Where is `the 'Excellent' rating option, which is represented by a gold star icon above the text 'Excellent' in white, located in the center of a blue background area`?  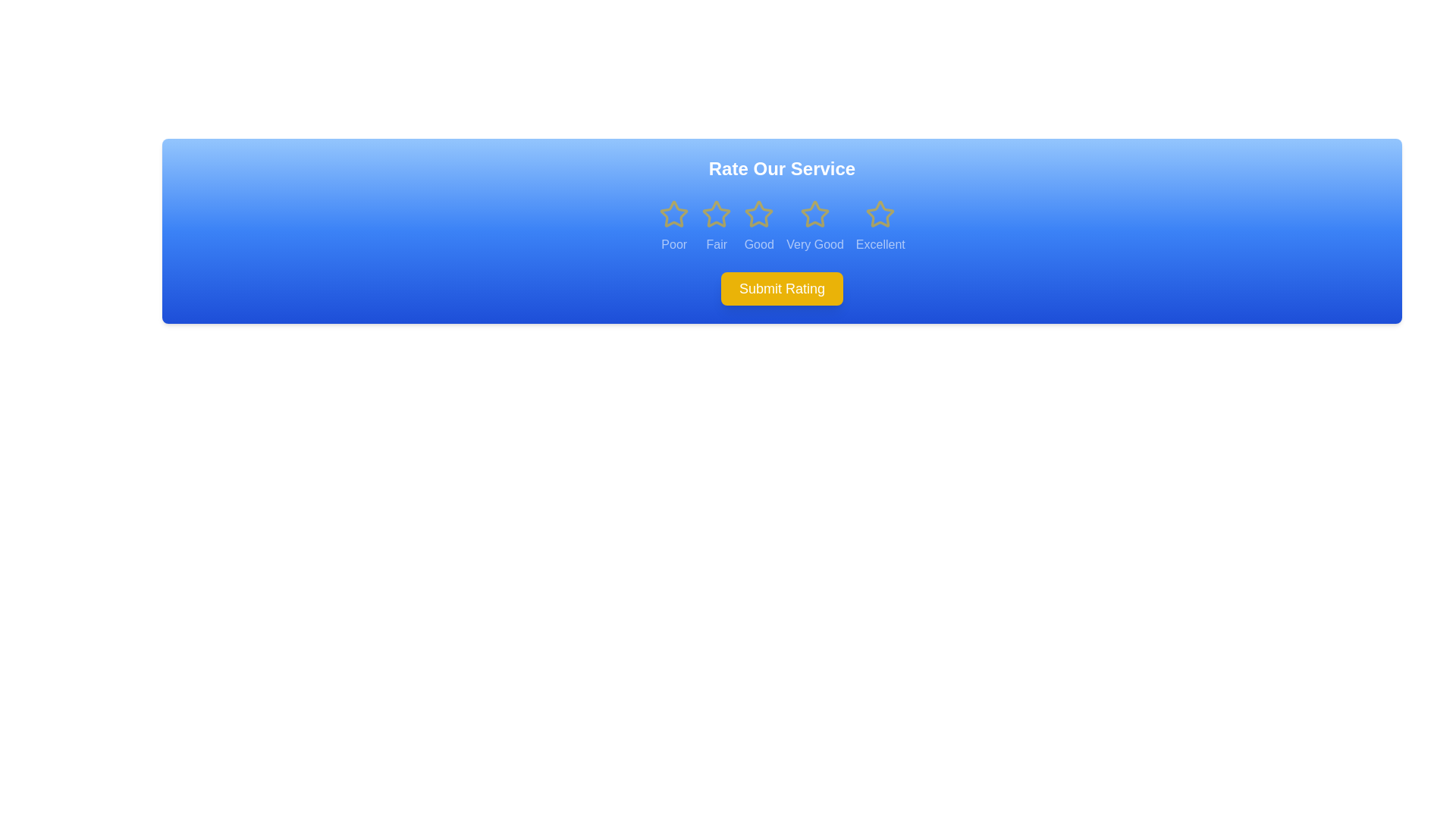
the 'Excellent' rating option, which is represented by a gold star icon above the text 'Excellent' in white, located in the center of a blue background area is located at coordinates (880, 227).